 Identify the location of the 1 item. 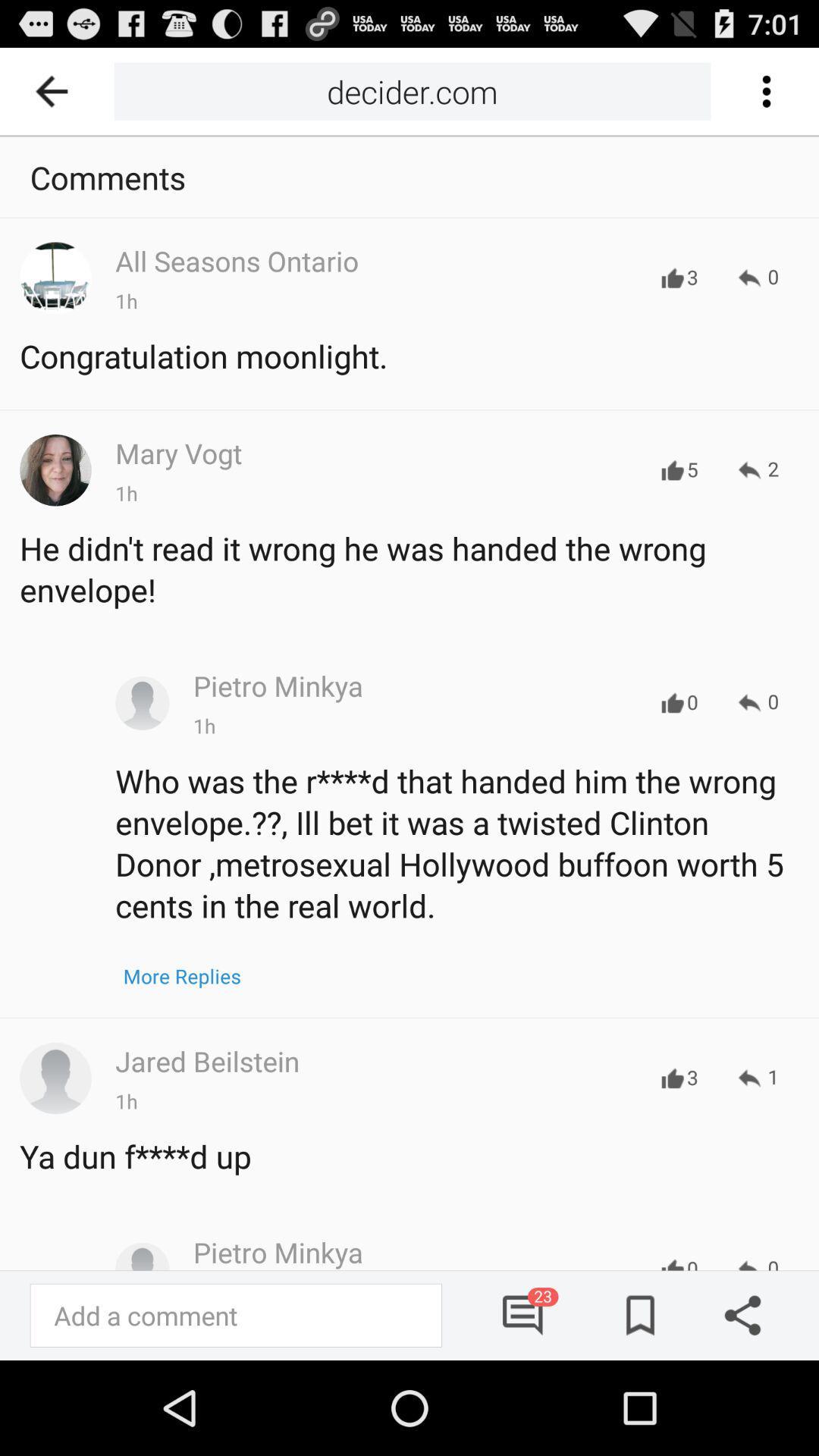
(758, 1077).